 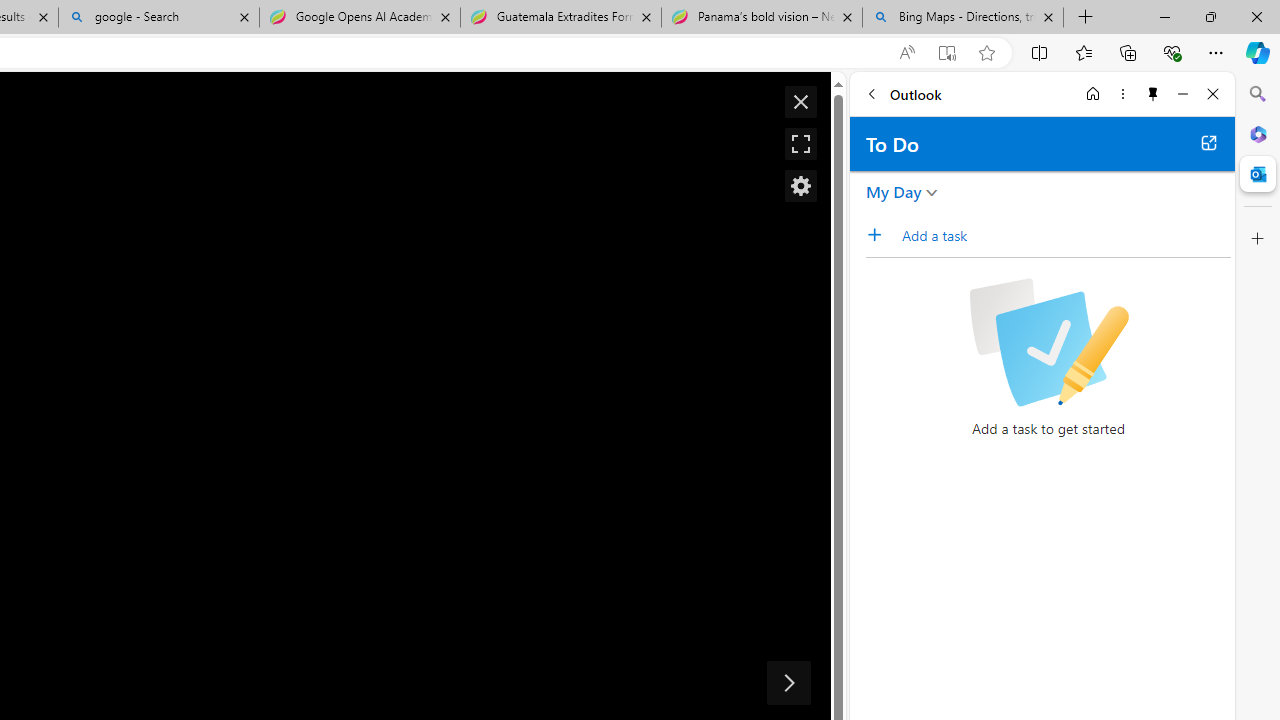 What do you see at coordinates (1047, 342) in the screenshot?
I see `'Checkbox with a pencil'` at bounding box center [1047, 342].